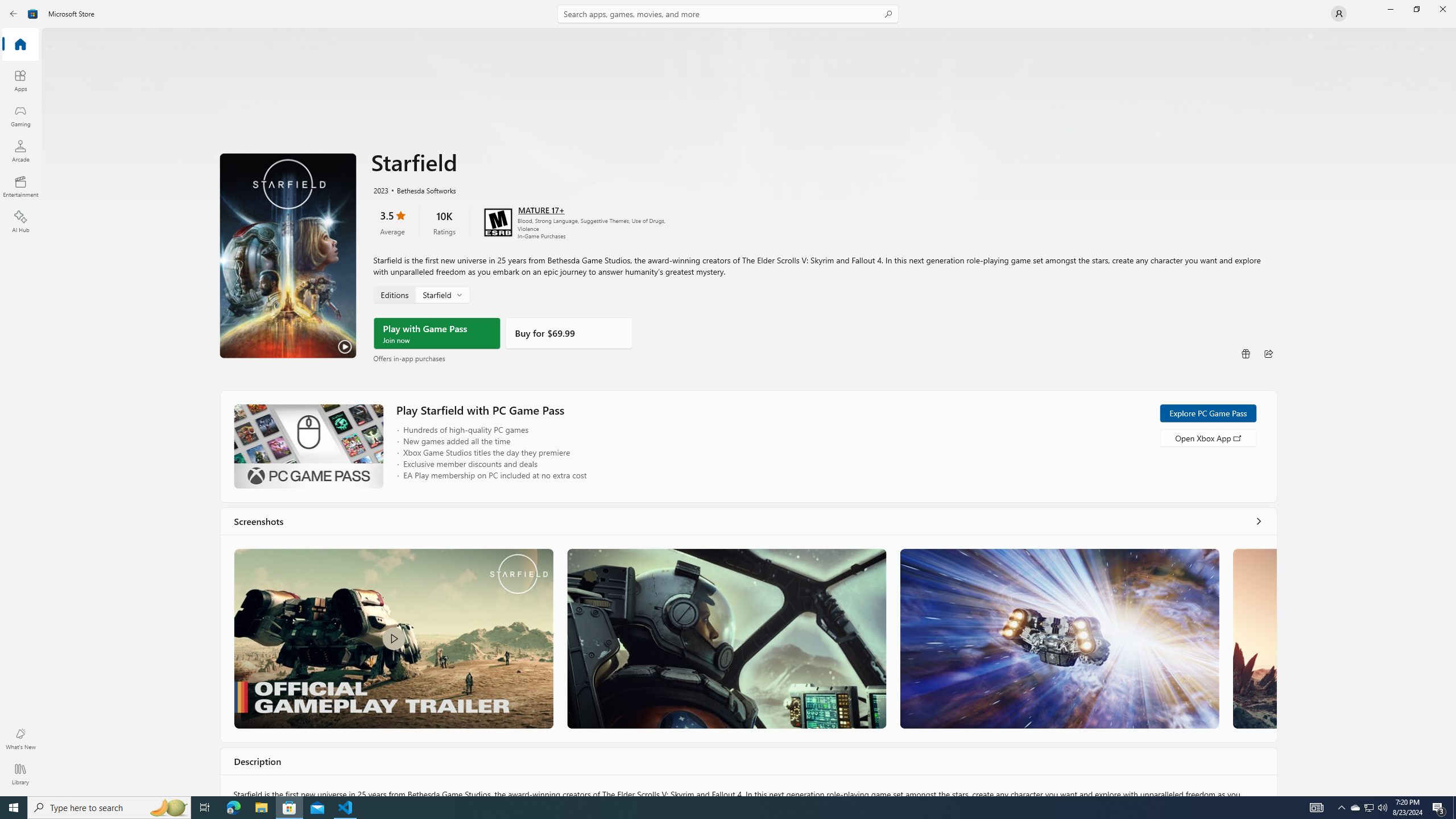 This screenshot has width=1456, height=819. What do you see at coordinates (436, 333) in the screenshot?
I see `'Play with Game Pass'` at bounding box center [436, 333].